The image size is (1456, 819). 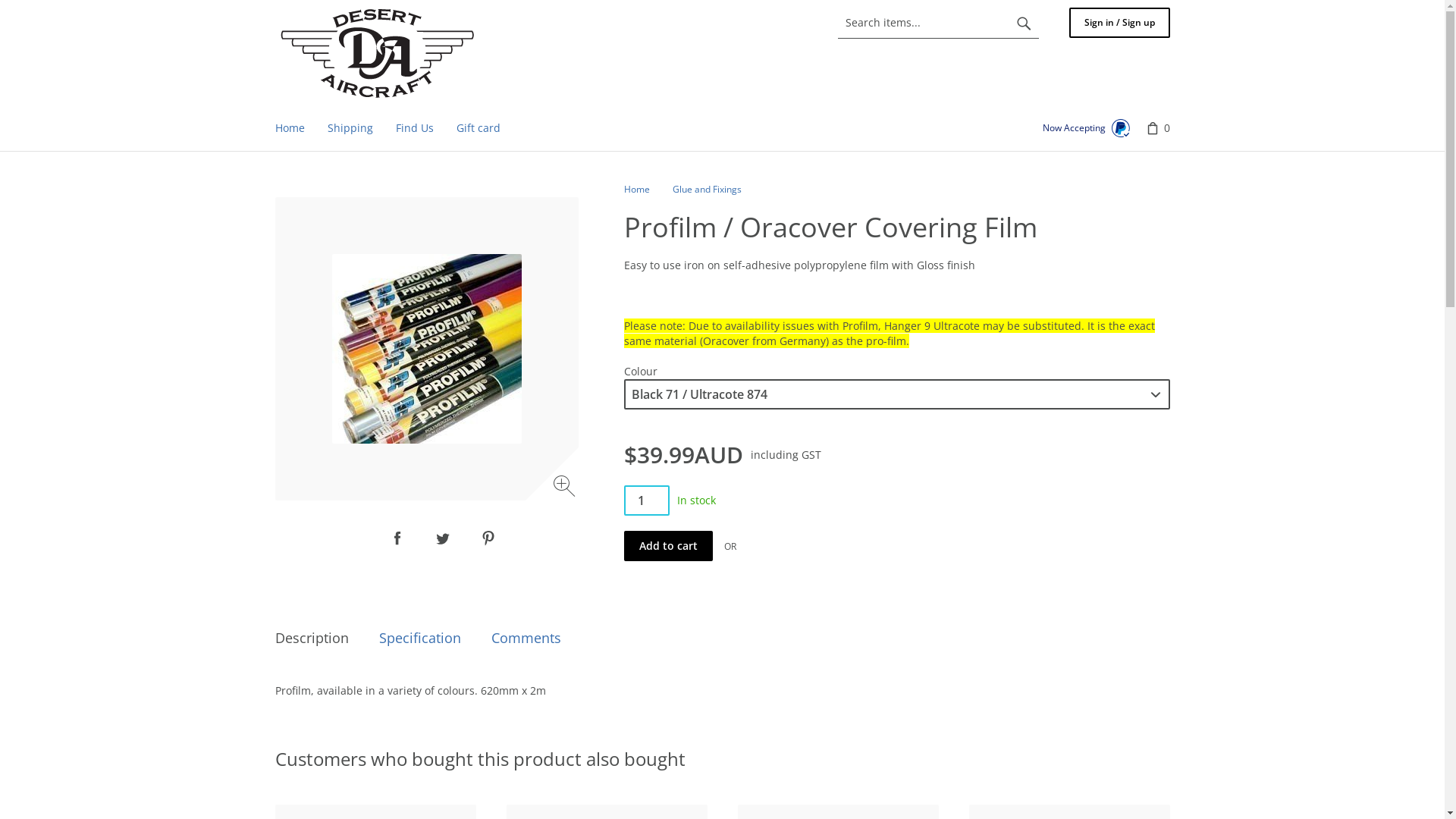 What do you see at coordinates (645, 500) in the screenshot?
I see `'Quantity'` at bounding box center [645, 500].